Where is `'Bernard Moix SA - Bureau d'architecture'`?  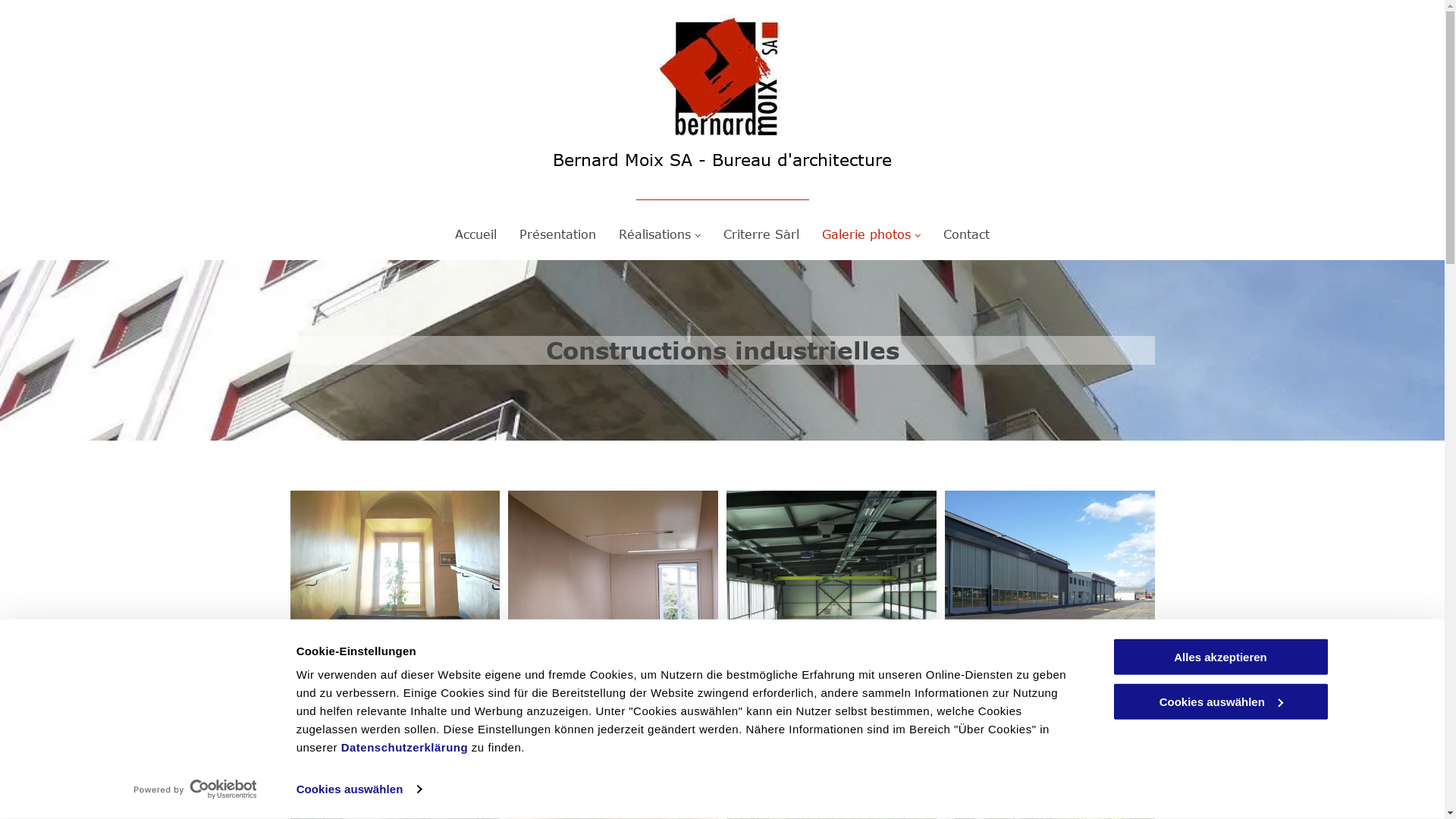 'Bernard Moix SA - Bureau d'architecture' is located at coordinates (721, 158).